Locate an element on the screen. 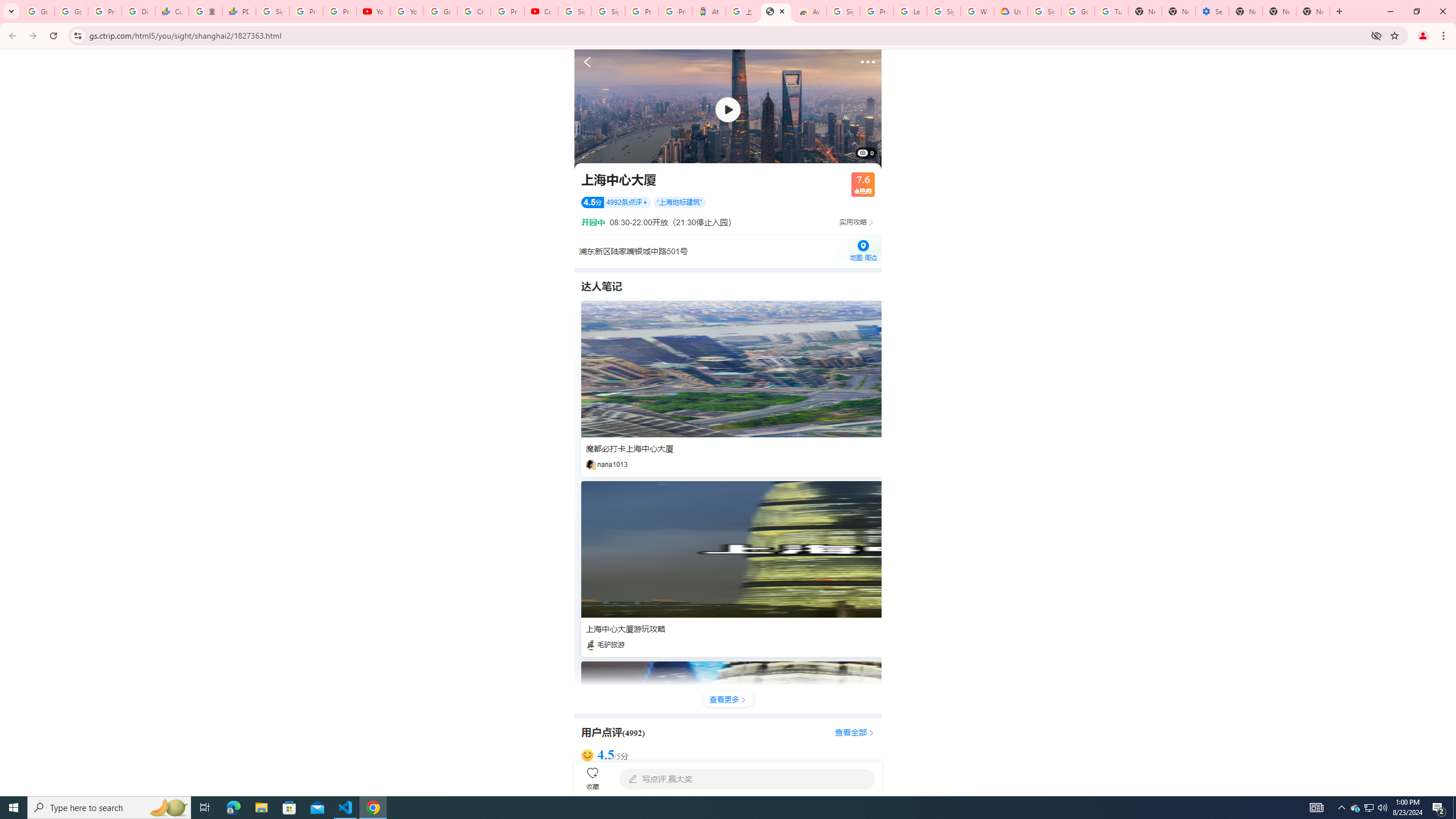 The height and width of the screenshot is (819, 1456). 'Google Workspace Admin Community' is located at coordinates (37, 11).